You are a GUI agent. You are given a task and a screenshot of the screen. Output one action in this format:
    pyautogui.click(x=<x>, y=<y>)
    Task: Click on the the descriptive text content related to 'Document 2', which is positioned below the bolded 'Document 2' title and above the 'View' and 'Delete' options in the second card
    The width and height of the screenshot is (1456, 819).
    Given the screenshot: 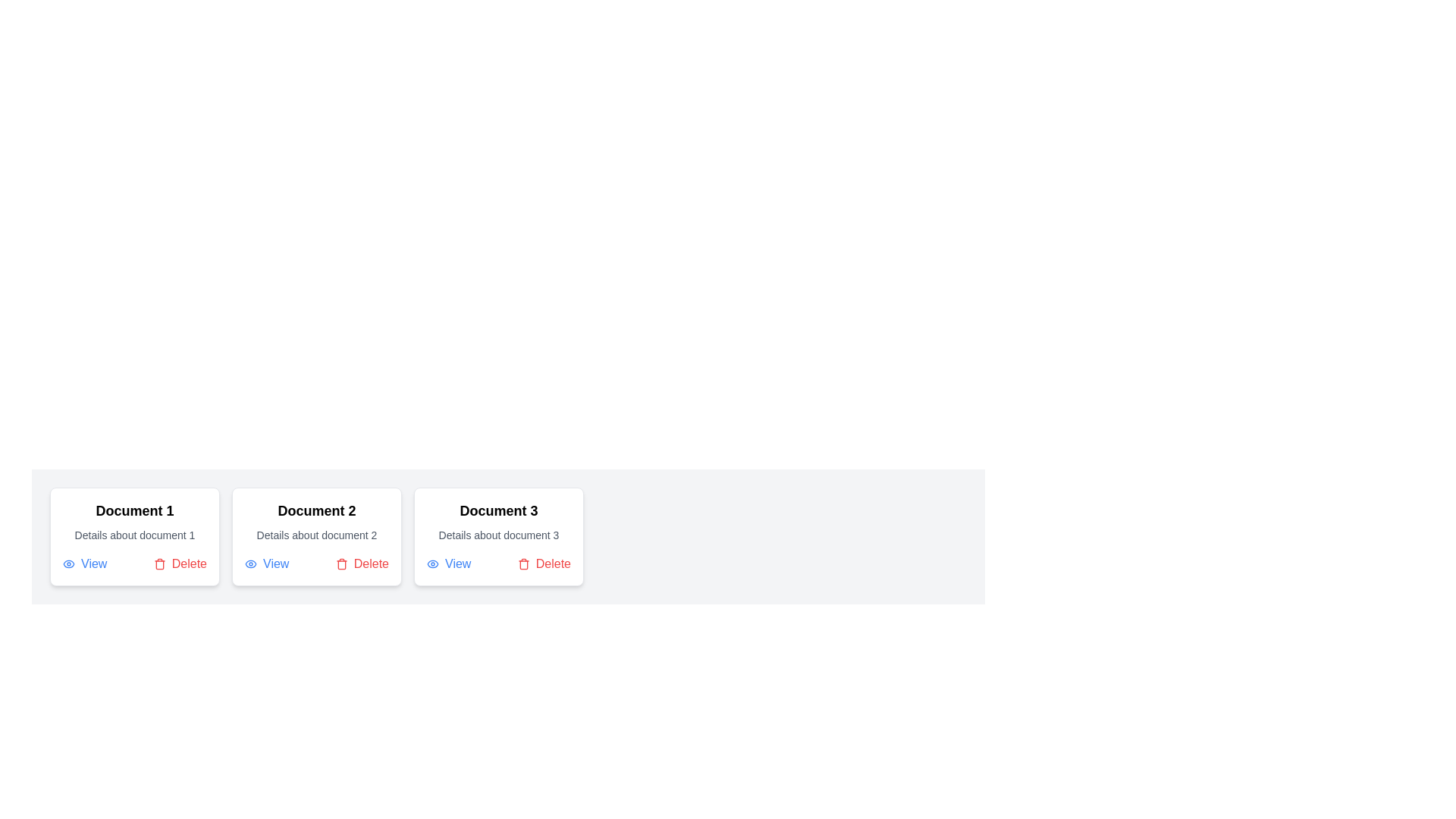 What is the action you would take?
    pyautogui.click(x=315, y=534)
    